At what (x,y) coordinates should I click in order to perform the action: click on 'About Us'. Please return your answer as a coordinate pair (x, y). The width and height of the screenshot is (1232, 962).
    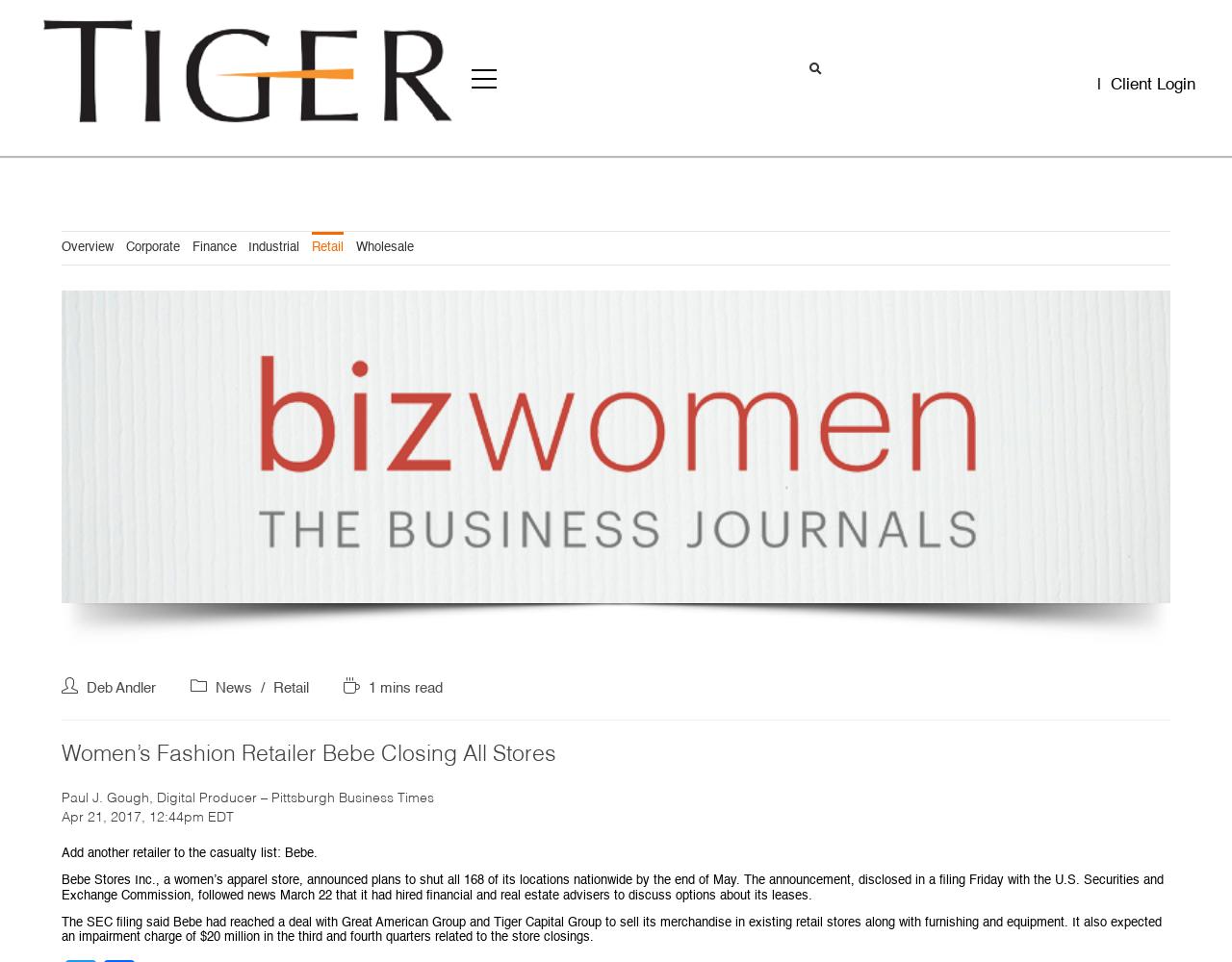
    Looking at the image, I should click on (171, 312).